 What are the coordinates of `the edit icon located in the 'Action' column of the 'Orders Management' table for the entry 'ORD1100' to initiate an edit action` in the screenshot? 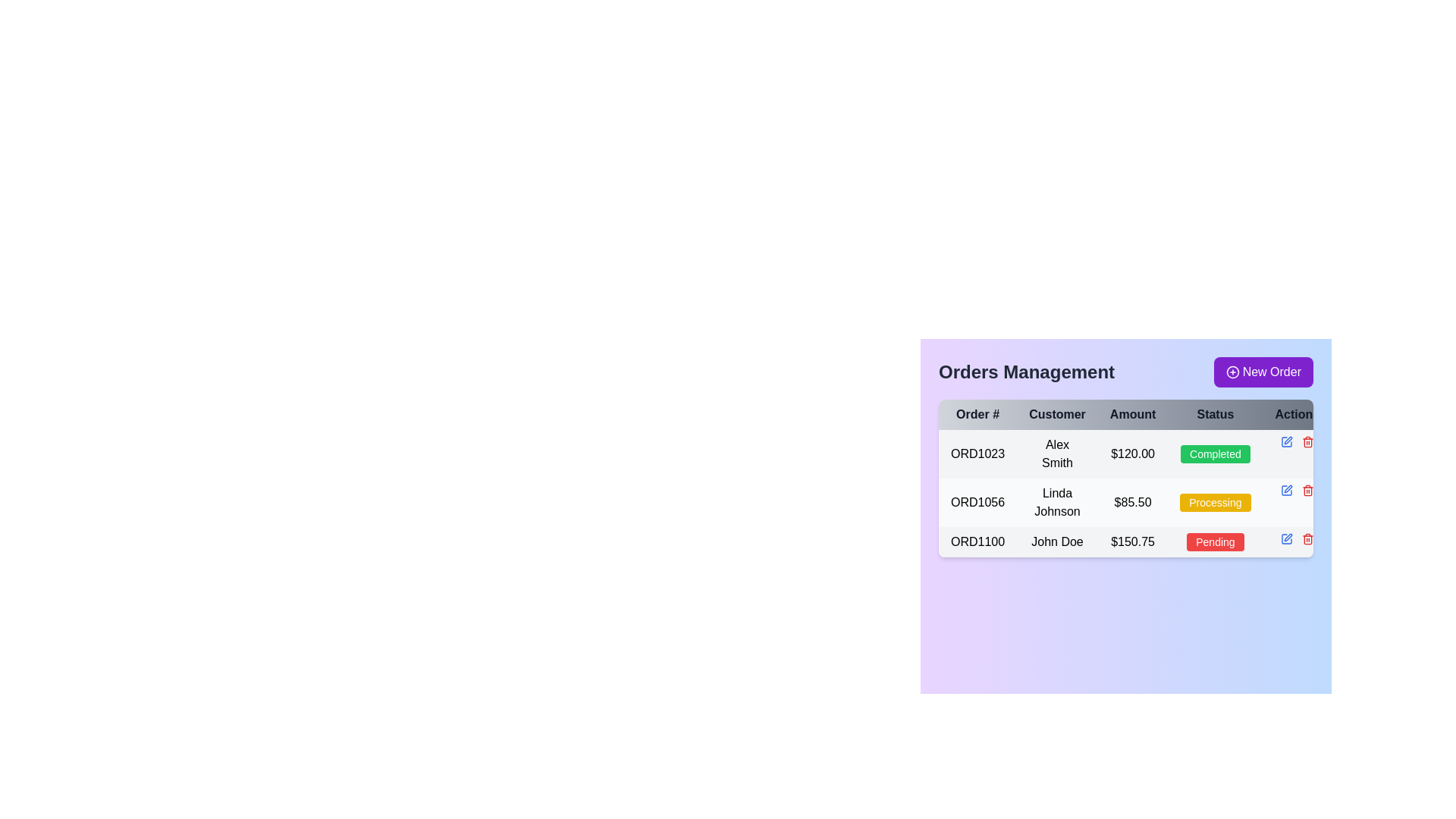 It's located at (1285, 491).